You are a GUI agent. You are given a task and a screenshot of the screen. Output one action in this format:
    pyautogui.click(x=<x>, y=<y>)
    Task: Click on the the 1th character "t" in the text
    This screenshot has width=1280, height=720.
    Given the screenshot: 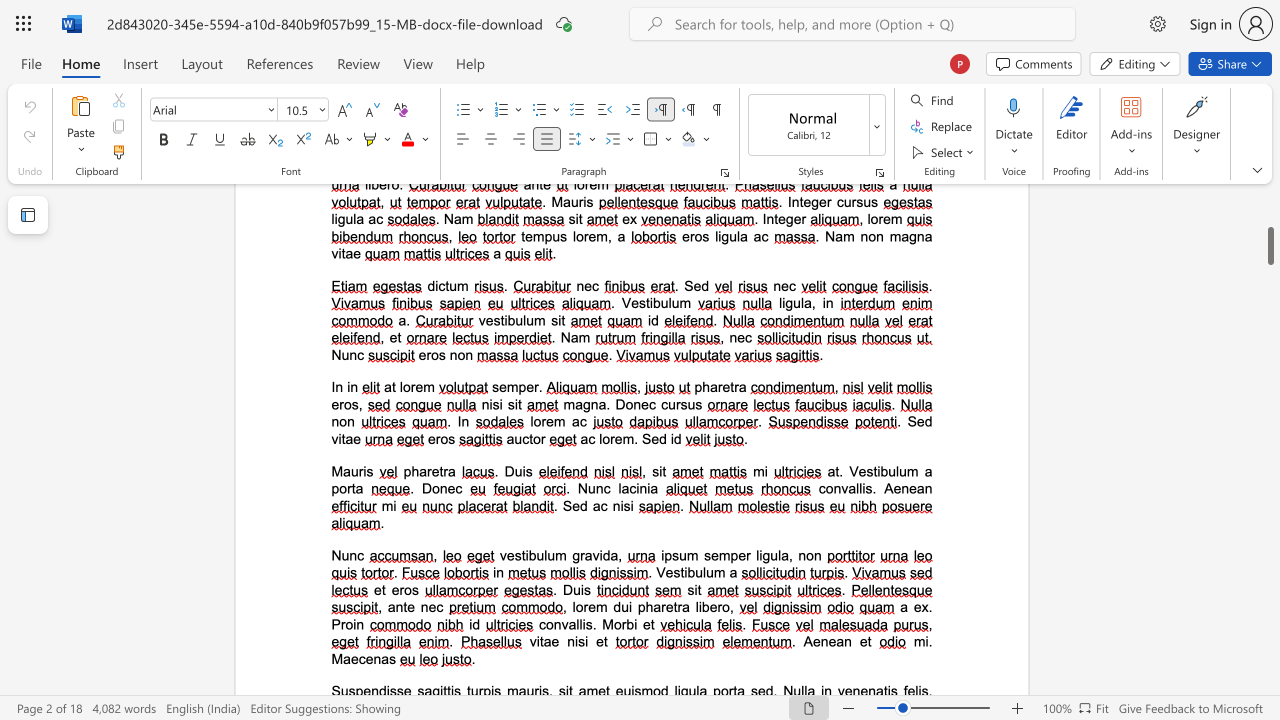 What is the action you would take?
    pyautogui.click(x=440, y=471)
    